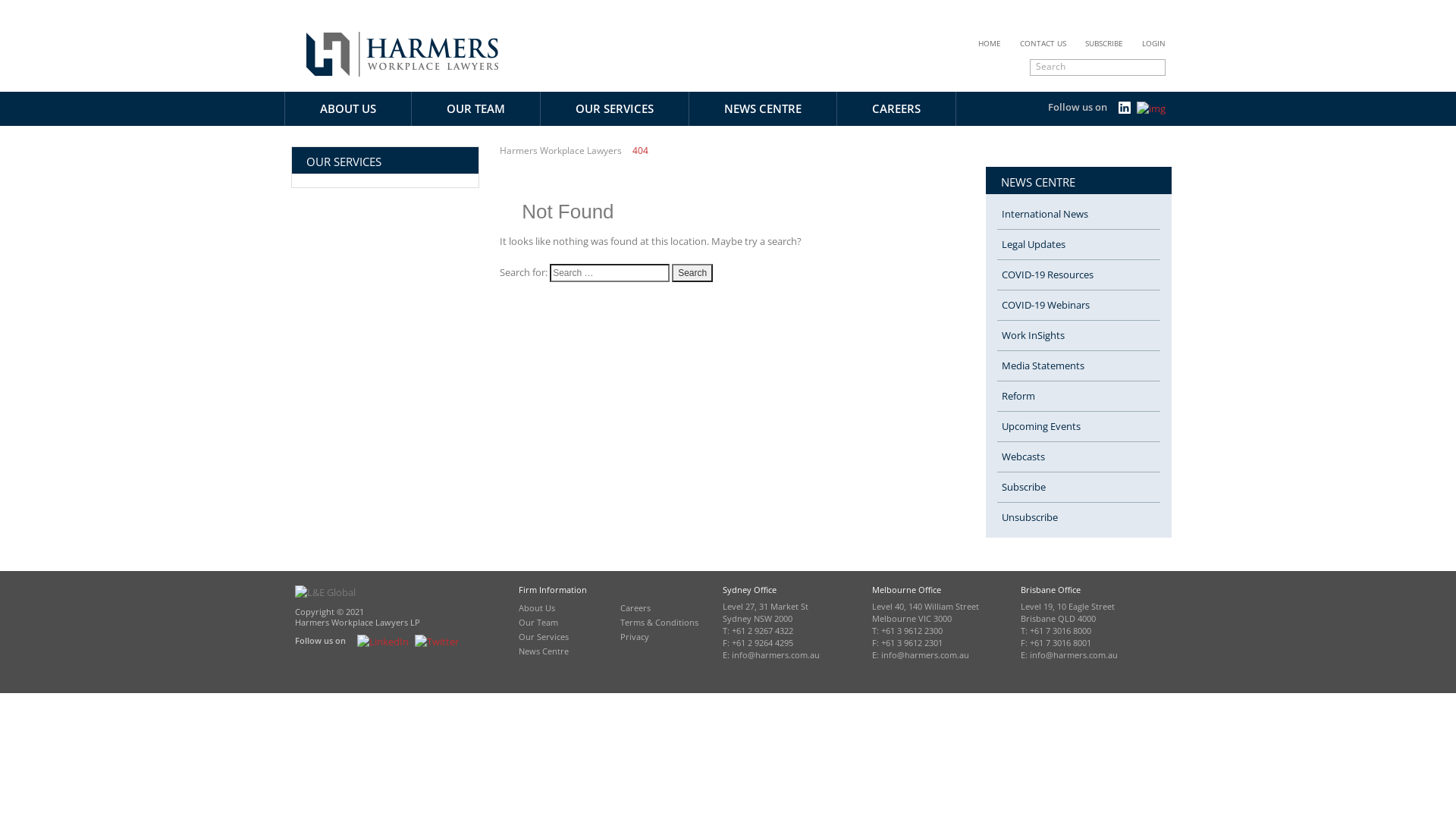 The height and width of the screenshot is (819, 1456). Describe the element at coordinates (775, 654) in the screenshot. I see `'info@harmers.com.au'` at that location.